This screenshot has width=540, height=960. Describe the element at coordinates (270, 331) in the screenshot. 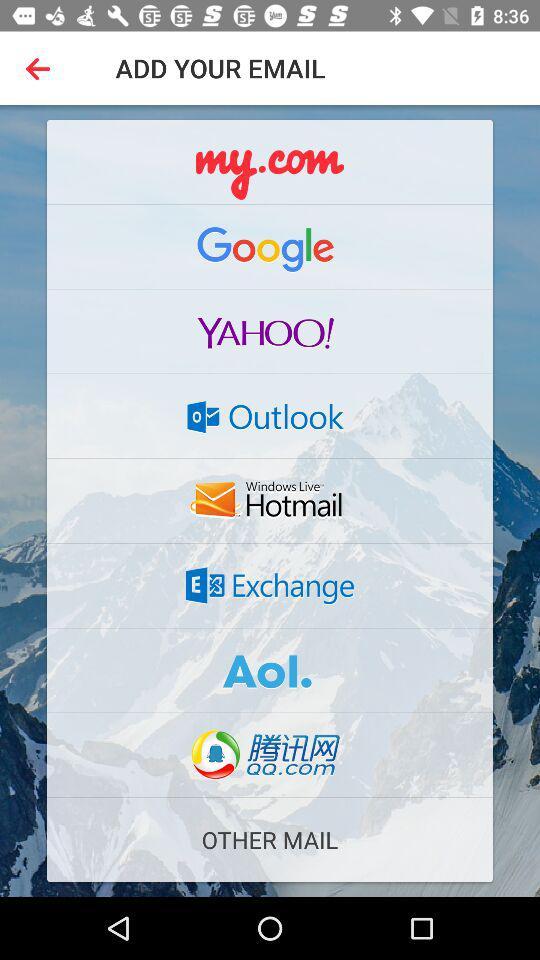

I see `yahoo email select` at that location.